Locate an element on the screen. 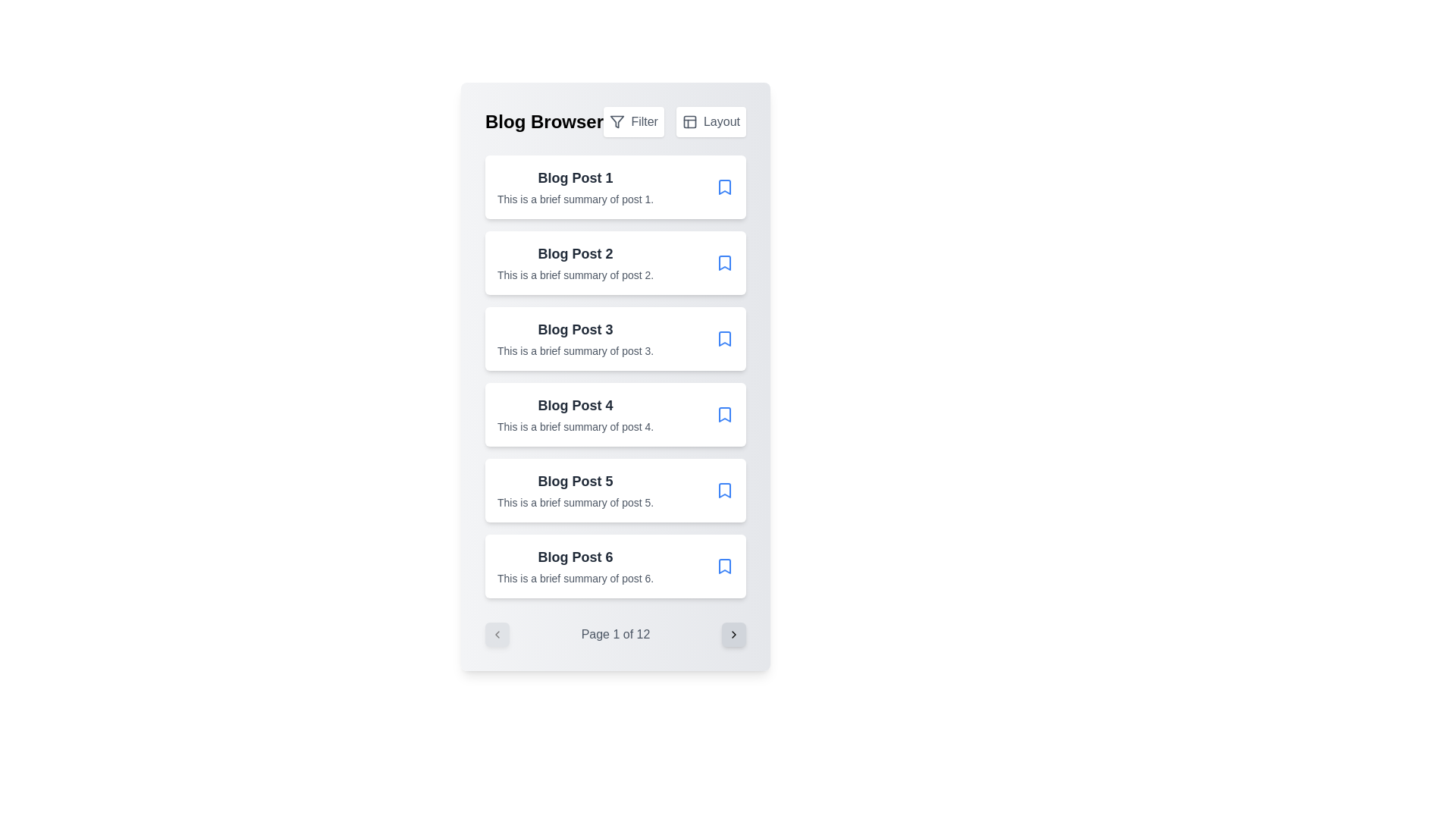 This screenshot has width=1456, height=819. the stylized bookmark icon, which is the fifth icon in the list of bookmark icons aligned to the right side of the blog post card is located at coordinates (723, 491).